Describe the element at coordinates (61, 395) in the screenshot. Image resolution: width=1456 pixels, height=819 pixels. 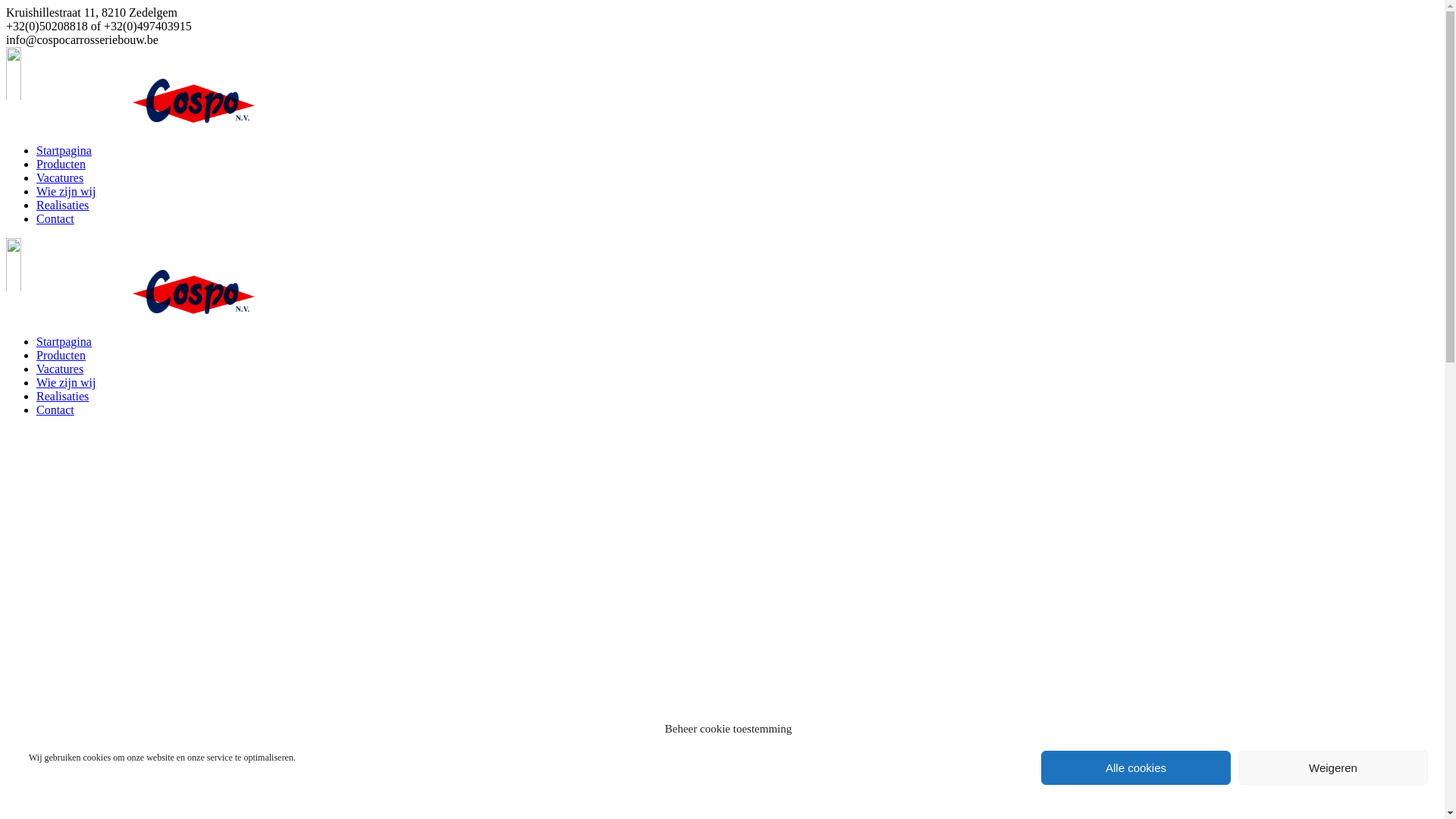
I see `'Realisaties'` at that location.